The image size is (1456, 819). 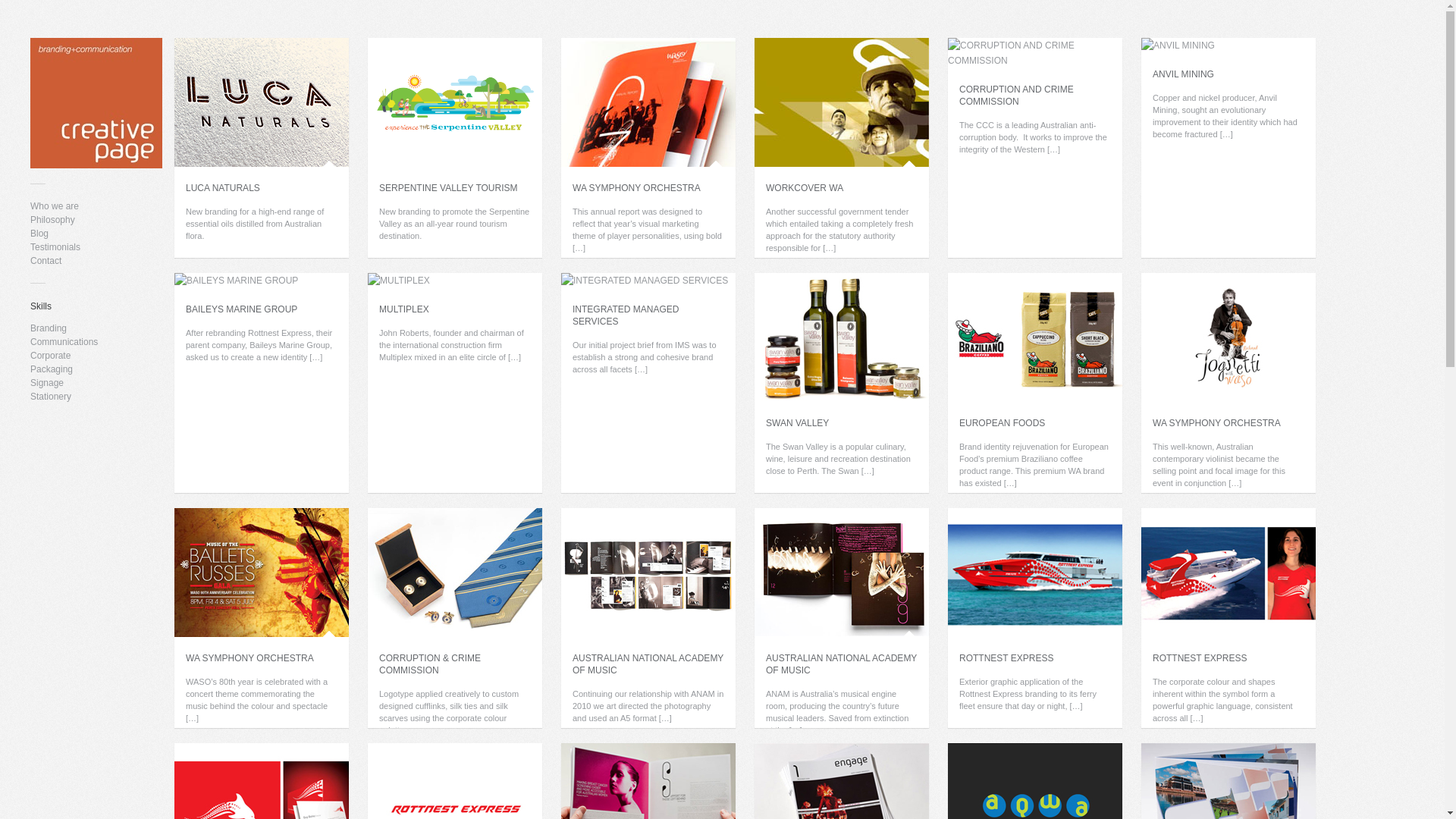 I want to click on 'Stationery', so click(x=51, y=396).